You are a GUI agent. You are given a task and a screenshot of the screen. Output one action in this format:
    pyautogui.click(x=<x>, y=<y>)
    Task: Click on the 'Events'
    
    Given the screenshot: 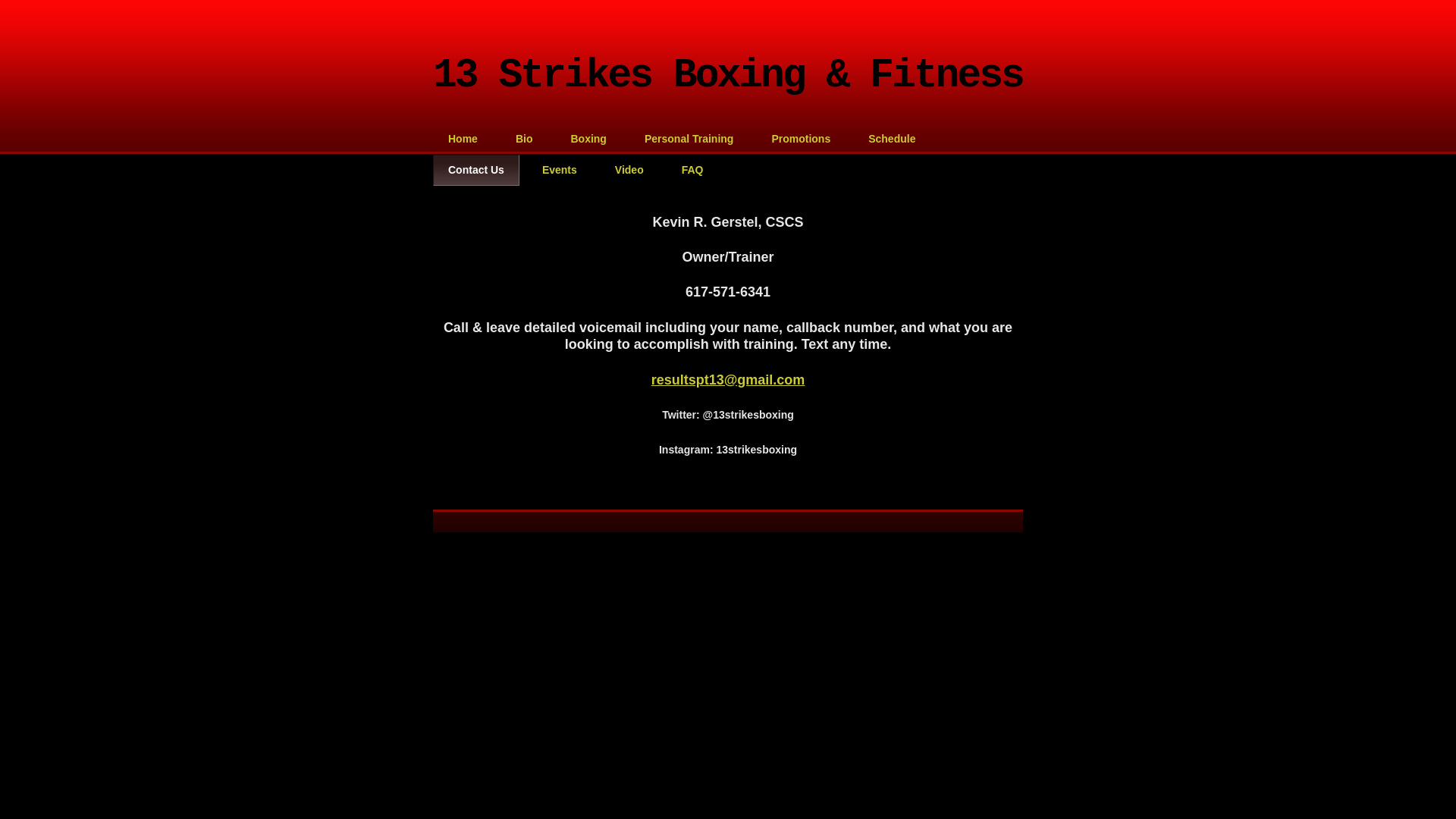 What is the action you would take?
    pyautogui.click(x=559, y=170)
    